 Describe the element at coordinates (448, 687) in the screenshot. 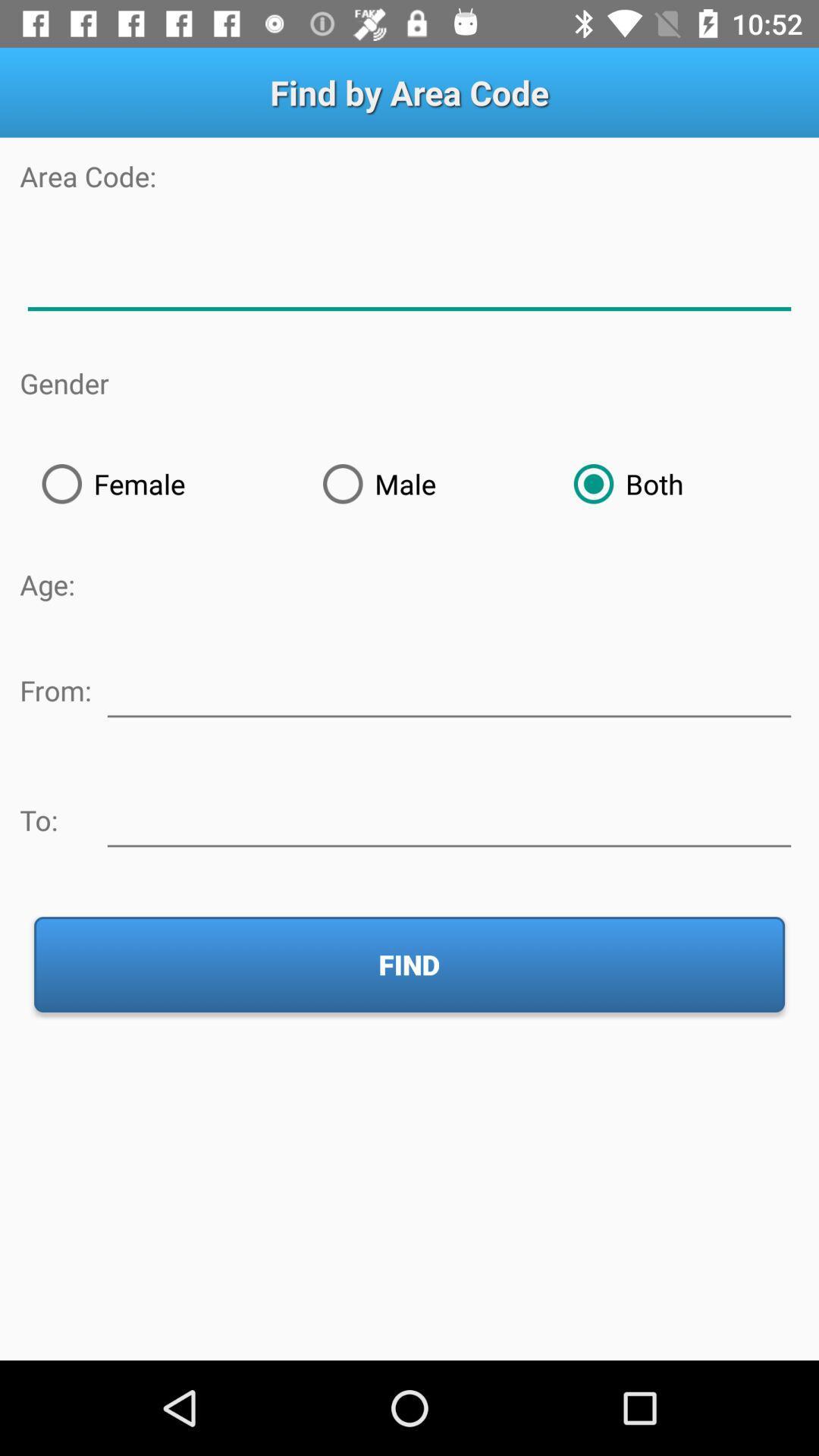

I see `lowest age` at that location.